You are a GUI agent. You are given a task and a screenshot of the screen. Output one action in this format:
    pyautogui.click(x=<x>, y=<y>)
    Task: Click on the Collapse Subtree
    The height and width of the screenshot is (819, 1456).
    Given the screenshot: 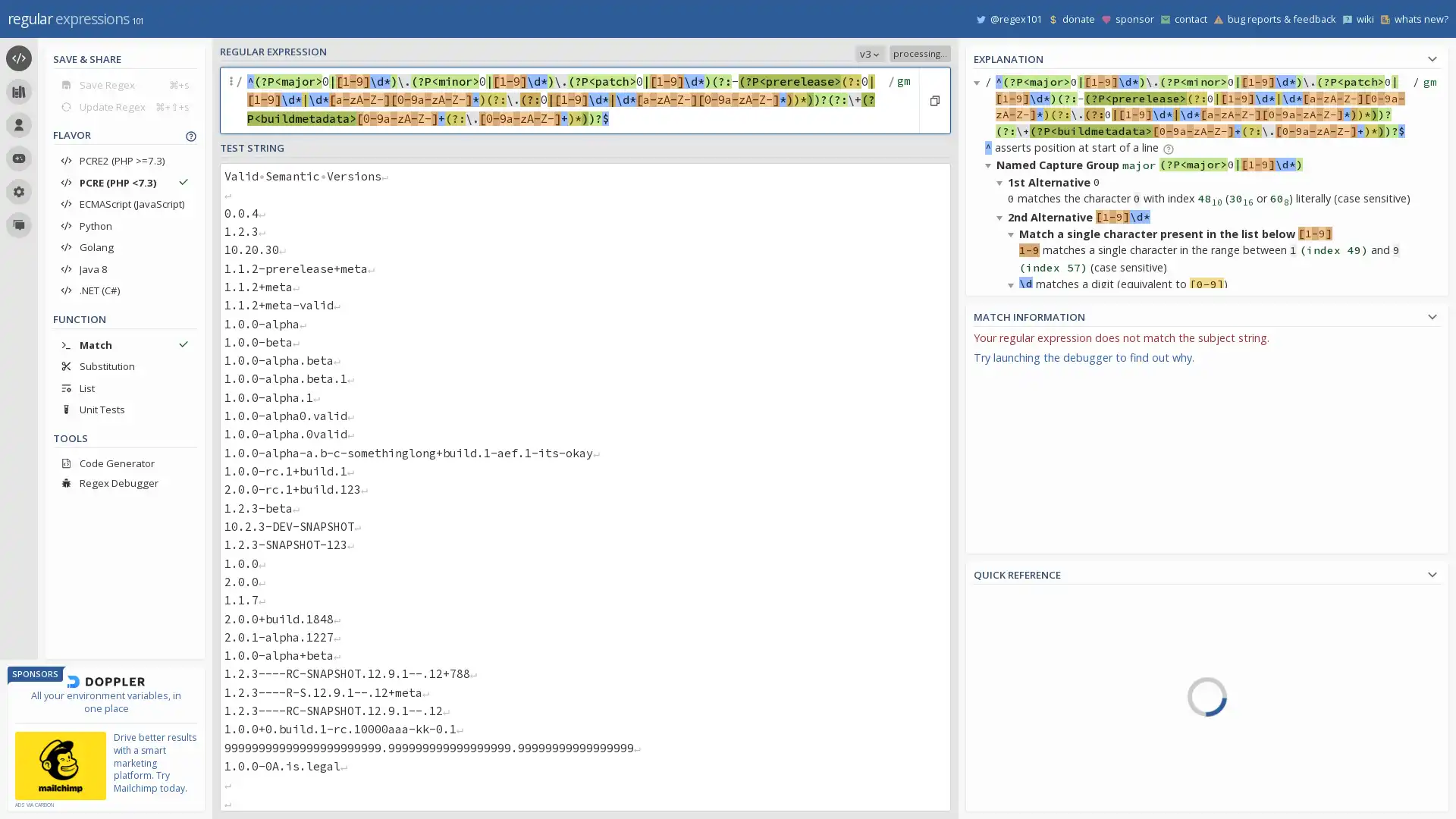 What is the action you would take?
    pyautogui.click(x=1013, y=611)
    